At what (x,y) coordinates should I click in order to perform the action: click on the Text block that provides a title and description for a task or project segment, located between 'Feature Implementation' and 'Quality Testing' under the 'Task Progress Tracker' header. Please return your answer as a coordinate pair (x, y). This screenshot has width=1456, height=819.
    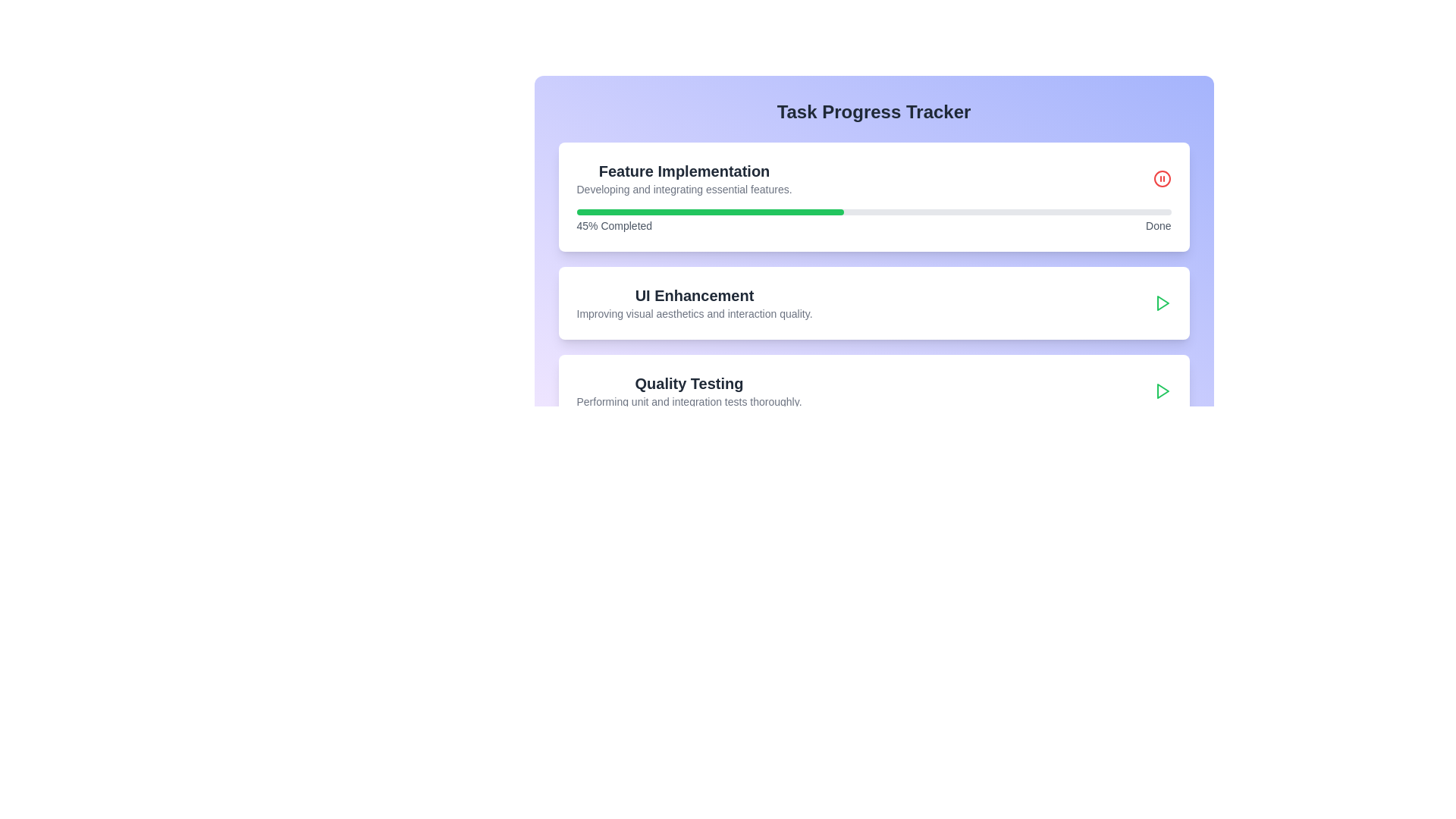
    Looking at the image, I should click on (694, 303).